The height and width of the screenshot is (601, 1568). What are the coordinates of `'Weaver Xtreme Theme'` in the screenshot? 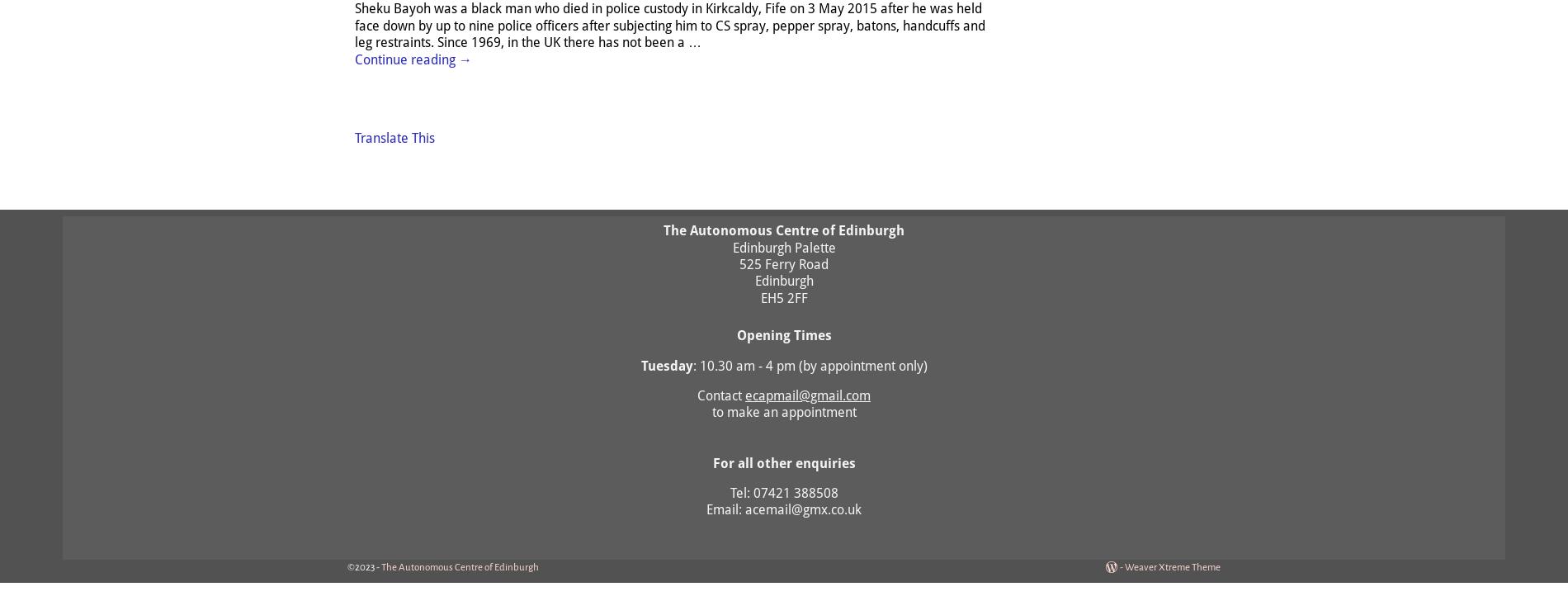 It's located at (1172, 566).